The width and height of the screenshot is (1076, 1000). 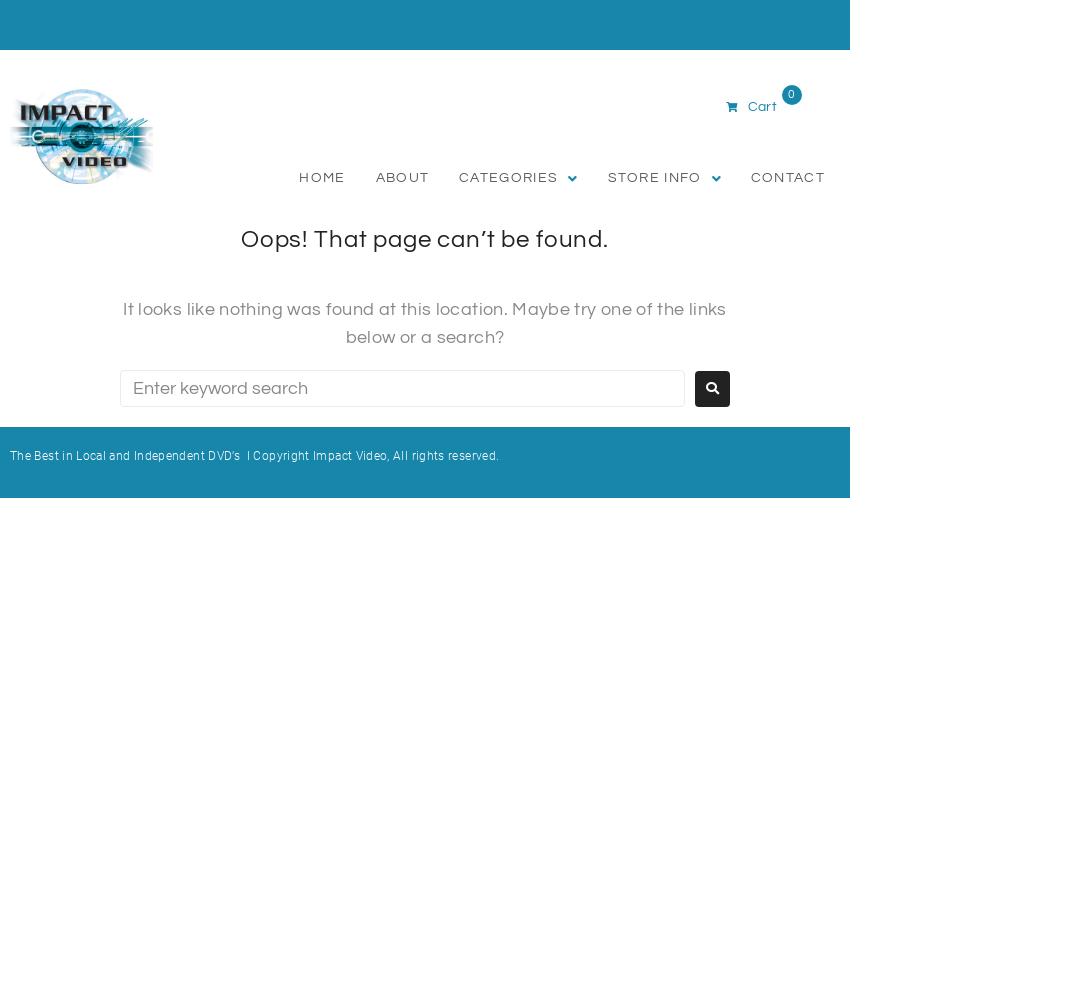 What do you see at coordinates (819, 105) in the screenshot?
I see `'R0,00'` at bounding box center [819, 105].